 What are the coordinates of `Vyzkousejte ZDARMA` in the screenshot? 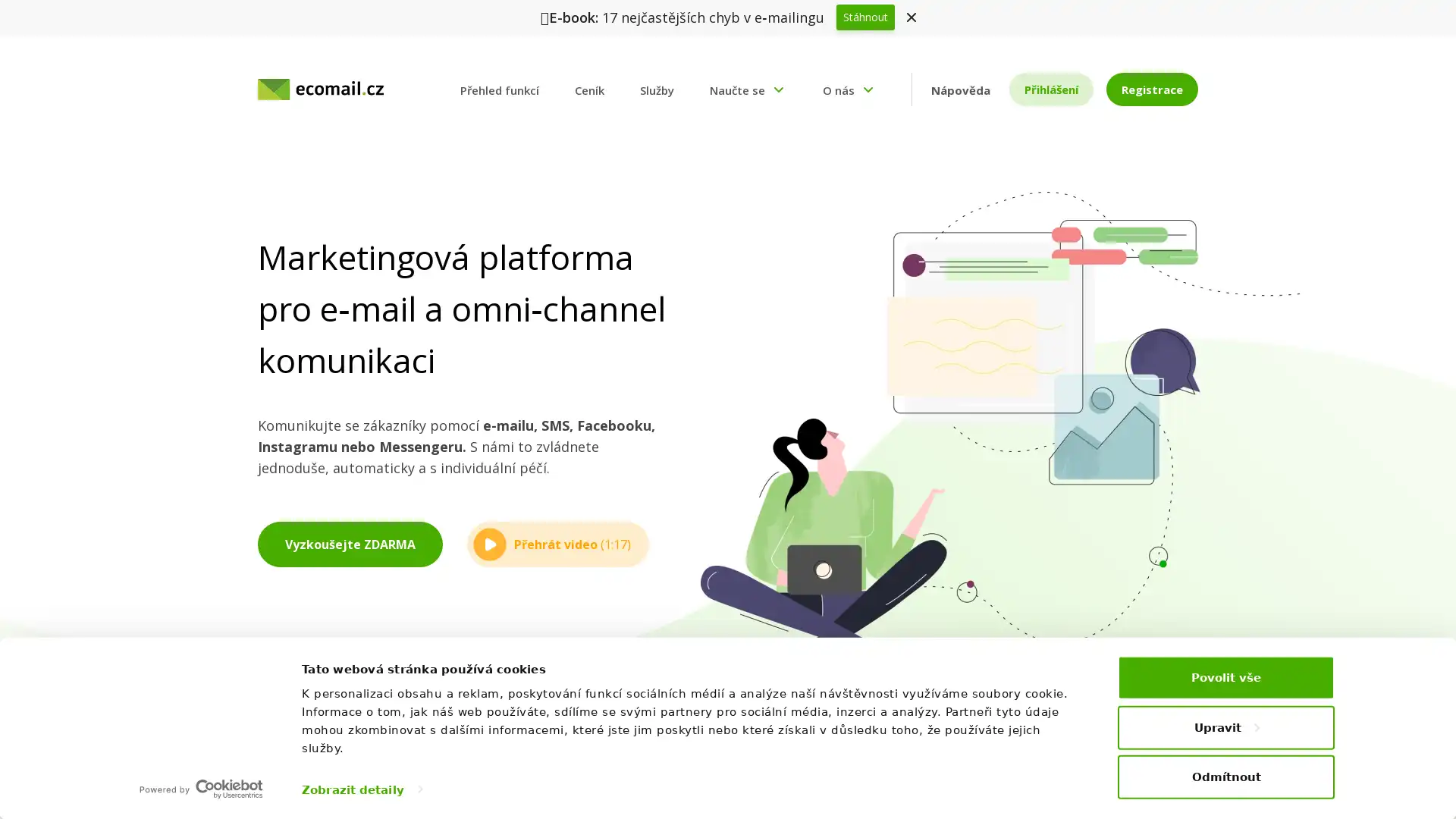 It's located at (349, 543).